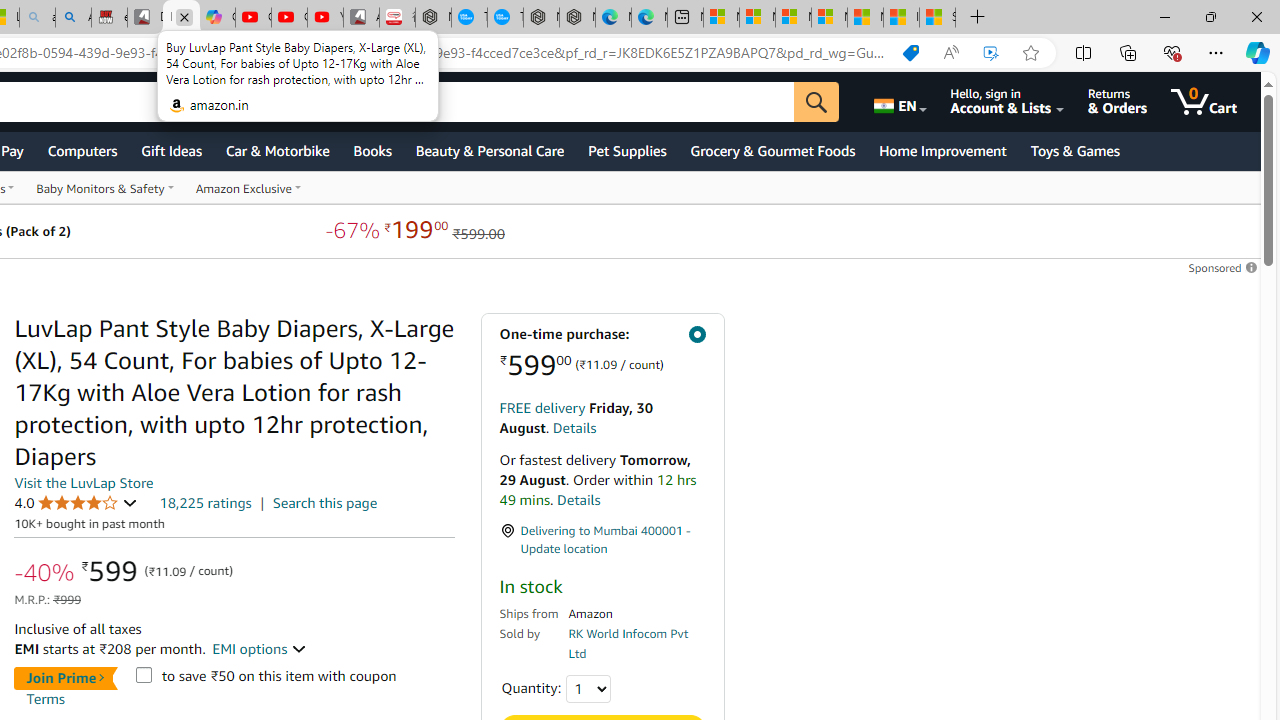 The height and width of the screenshot is (720, 1280). I want to click on 'This site has coupons! Shopping in Microsoft Edge', so click(909, 52).